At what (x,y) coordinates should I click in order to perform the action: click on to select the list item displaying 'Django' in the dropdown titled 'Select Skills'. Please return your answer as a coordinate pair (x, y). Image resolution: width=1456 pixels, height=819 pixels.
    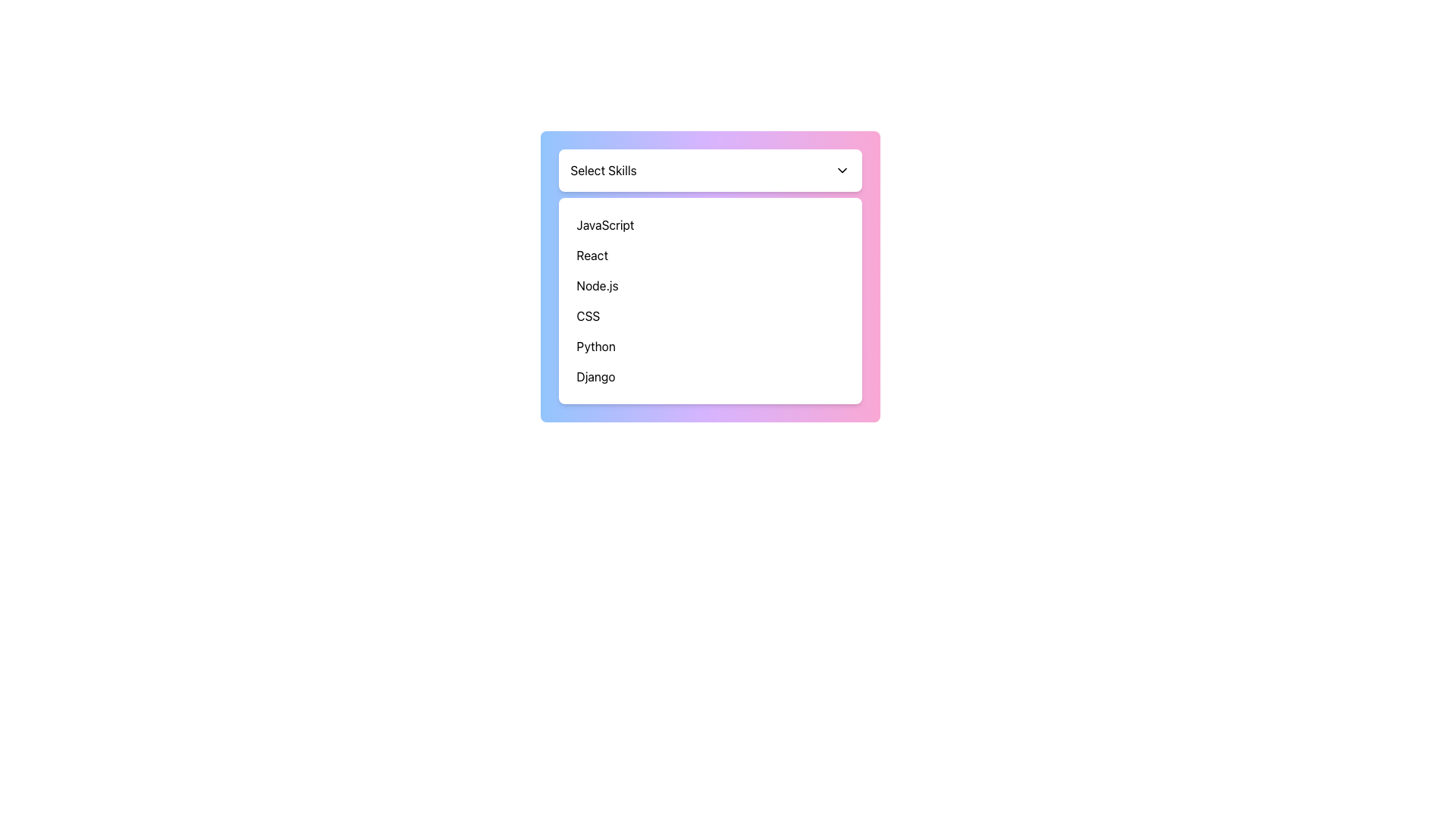
    Looking at the image, I should click on (709, 376).